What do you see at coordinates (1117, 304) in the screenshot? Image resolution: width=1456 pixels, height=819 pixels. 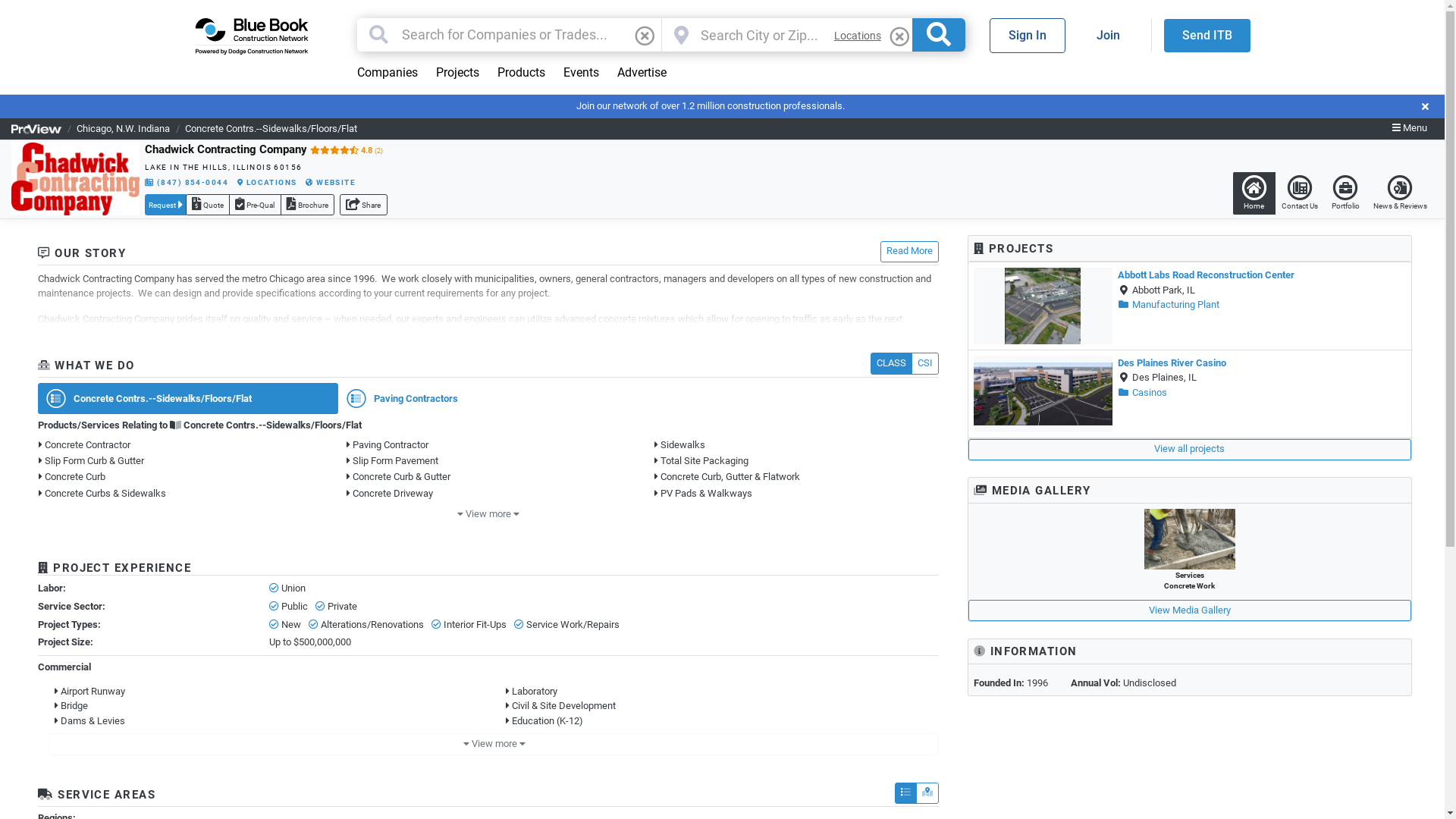 I see `'Manufacturing Plant'` at bounding box center [1117, 304].